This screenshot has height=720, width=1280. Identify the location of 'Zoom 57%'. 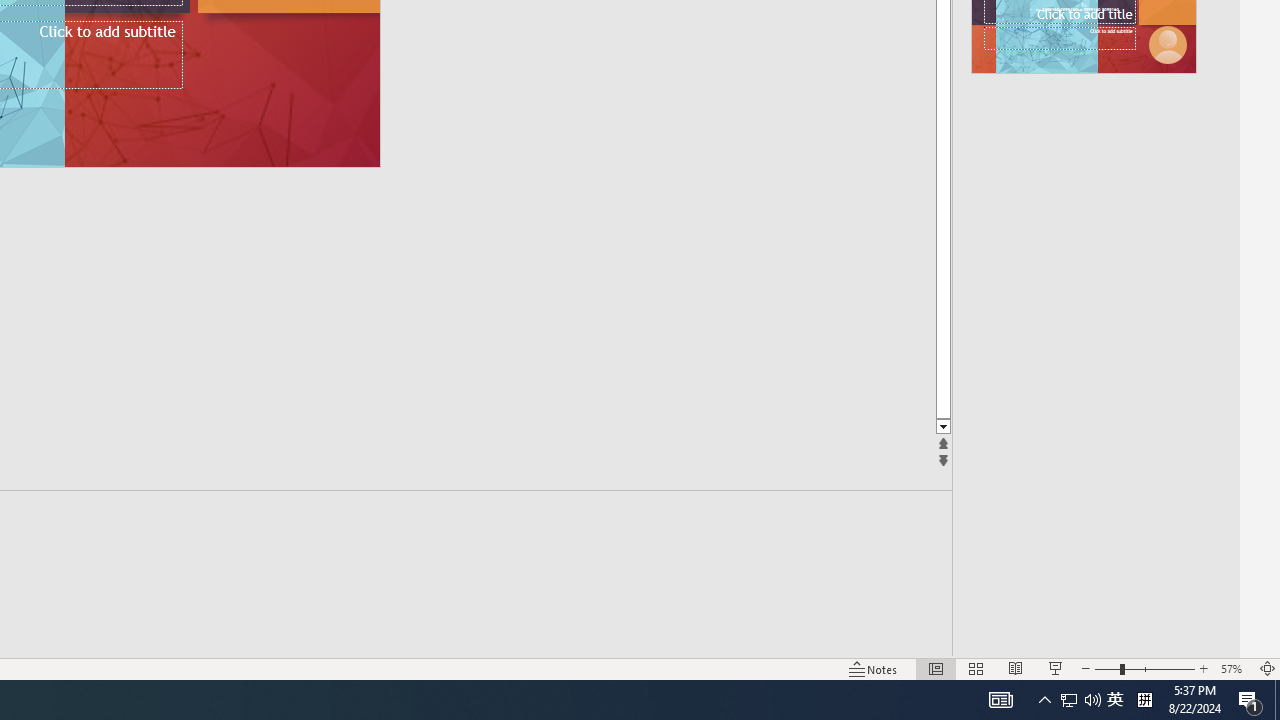
(1233, 669).